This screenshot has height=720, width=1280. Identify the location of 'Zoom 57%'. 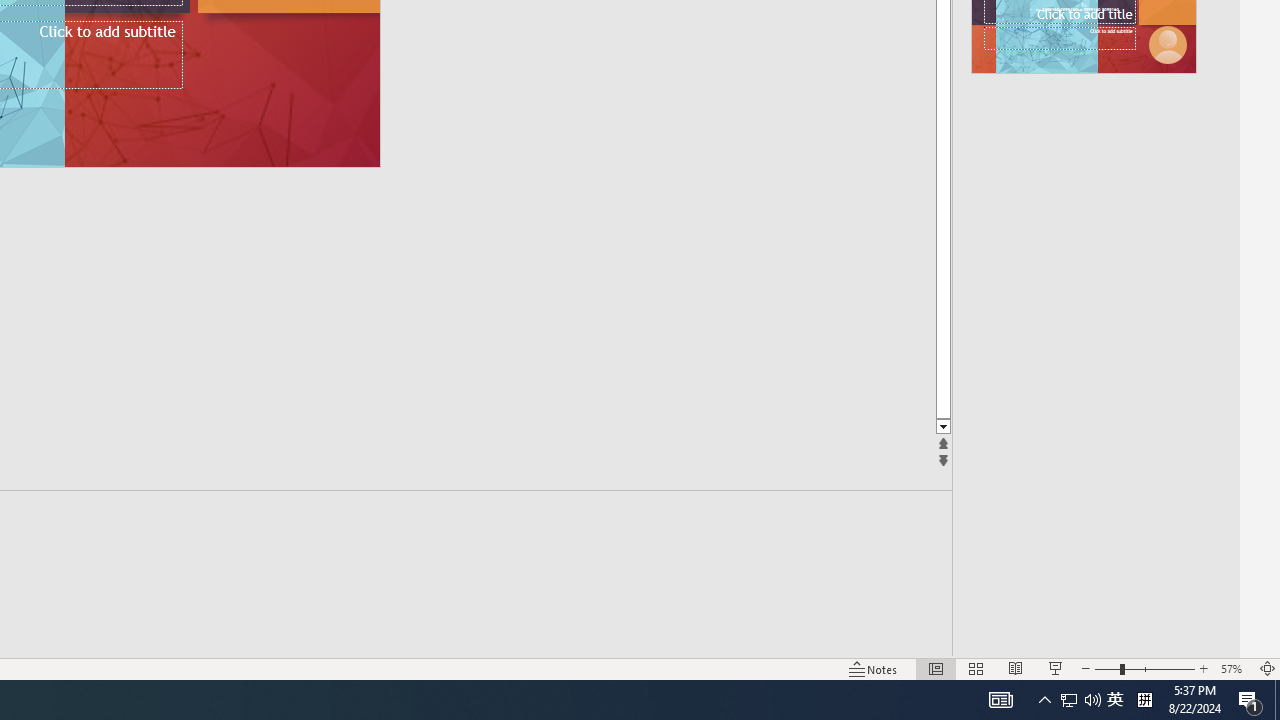
(1233, 669).